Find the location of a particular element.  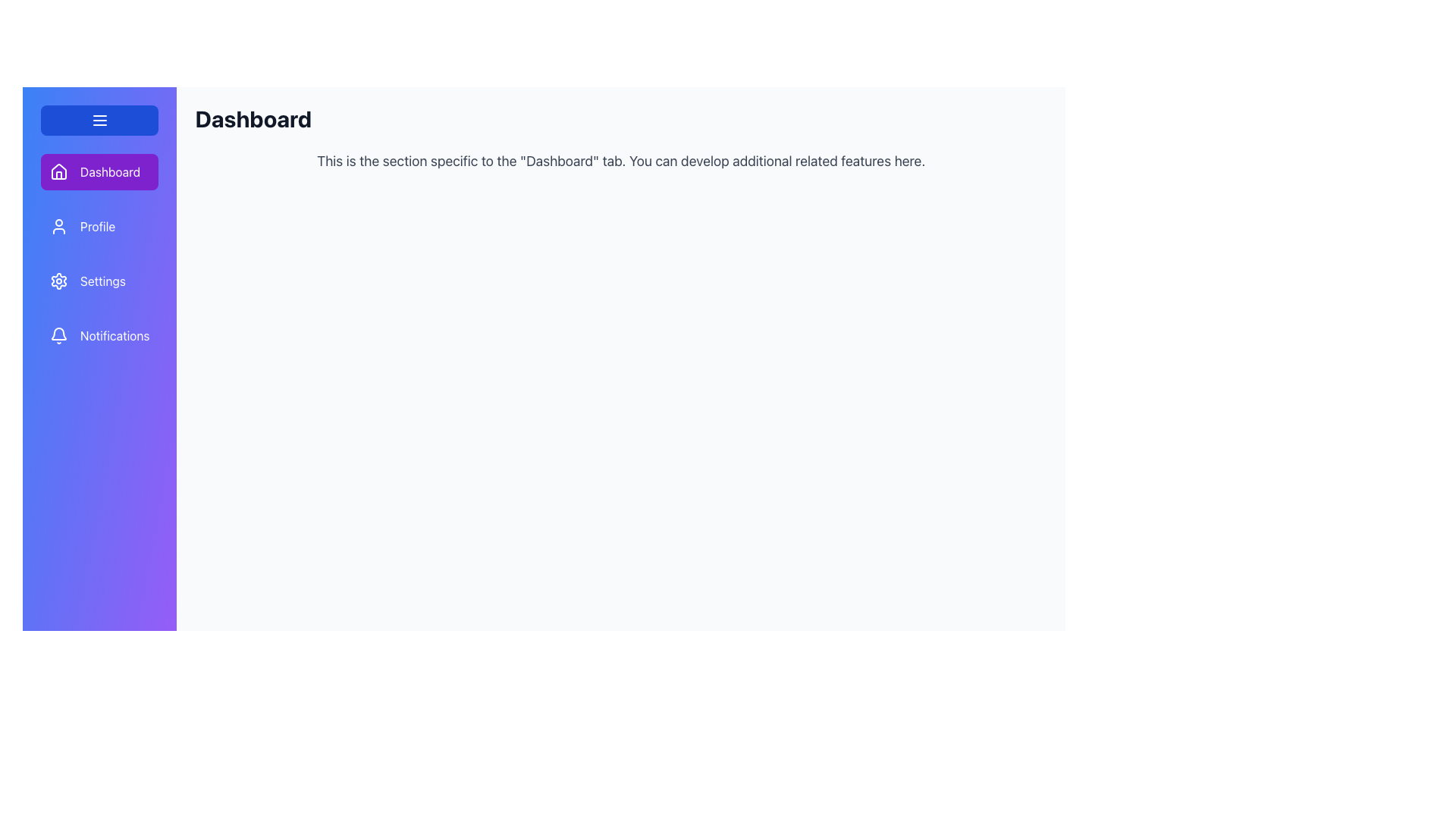

the 'Notifications' button, which is a horizontal menu item featuring a bell icon on the left and the text 'Notifications' to its right, located in a gradient blue and purple sidebar, specifically positioned as the fourth item below 'Settings' is located at coordinates (99, 335).